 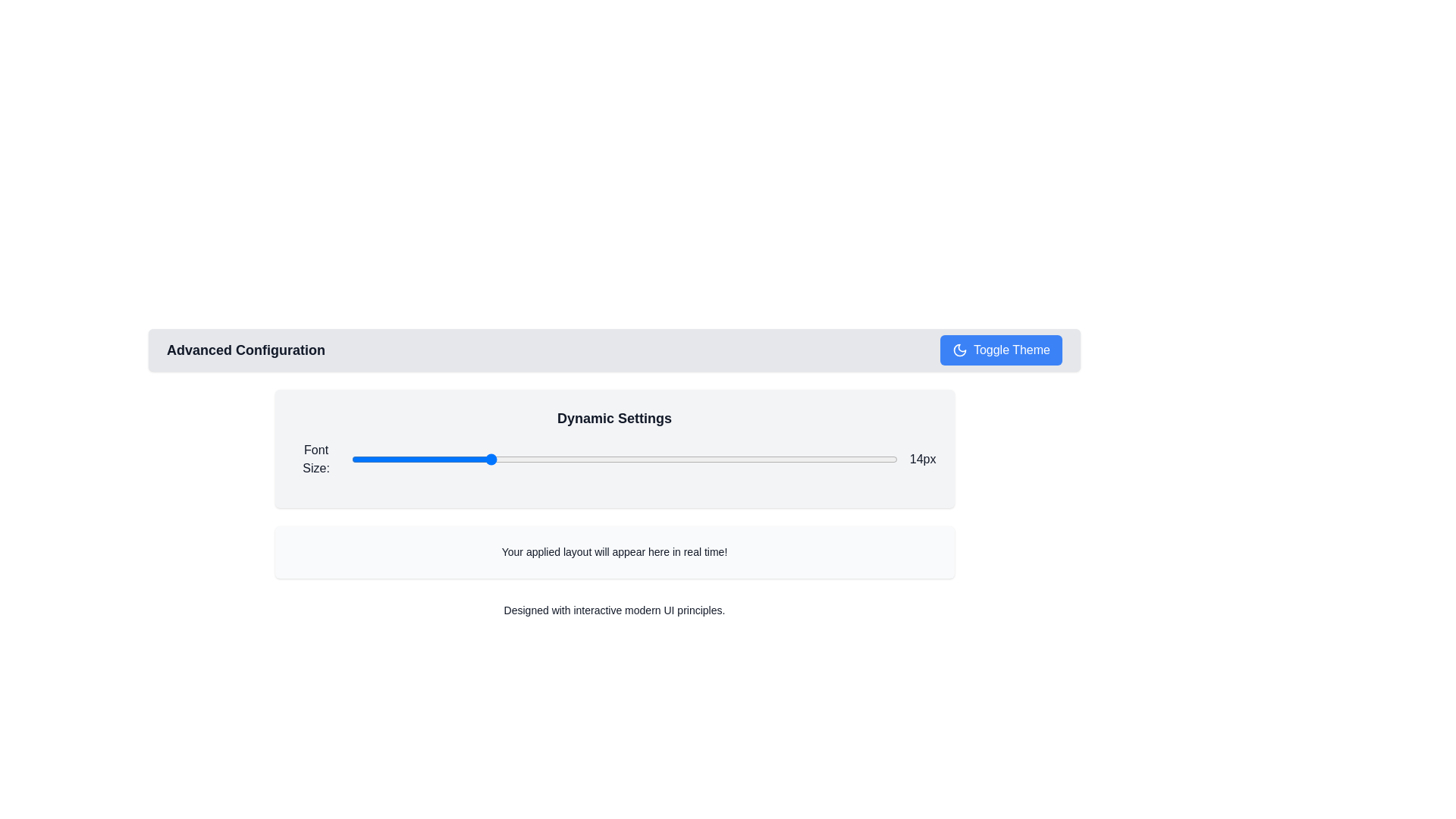 I want to click on the blue thumb of the font size slider, which is currently set, so click(x=624, y=458).